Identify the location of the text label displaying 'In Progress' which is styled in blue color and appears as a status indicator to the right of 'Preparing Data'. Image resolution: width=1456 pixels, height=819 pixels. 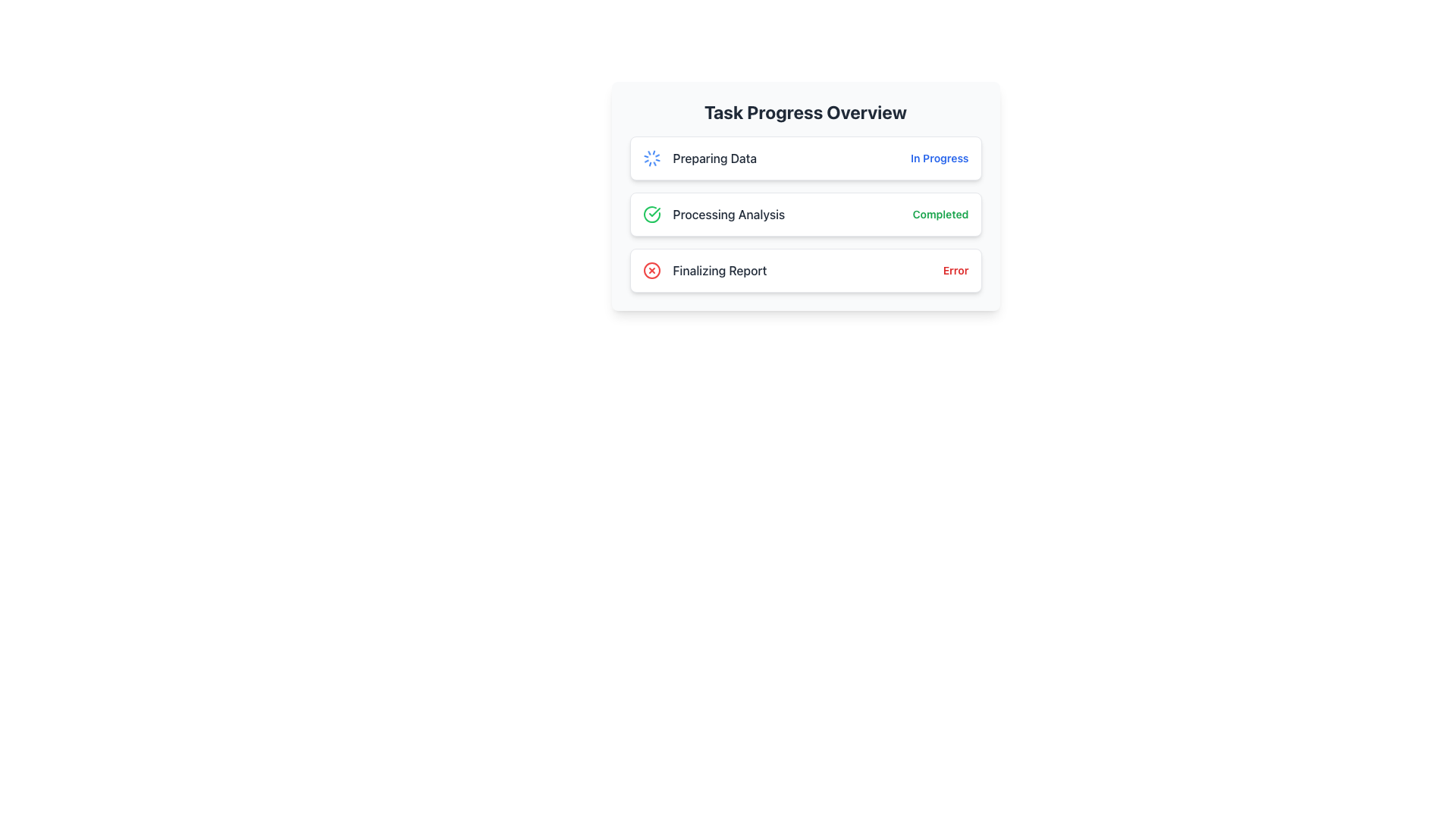
(939, 158).